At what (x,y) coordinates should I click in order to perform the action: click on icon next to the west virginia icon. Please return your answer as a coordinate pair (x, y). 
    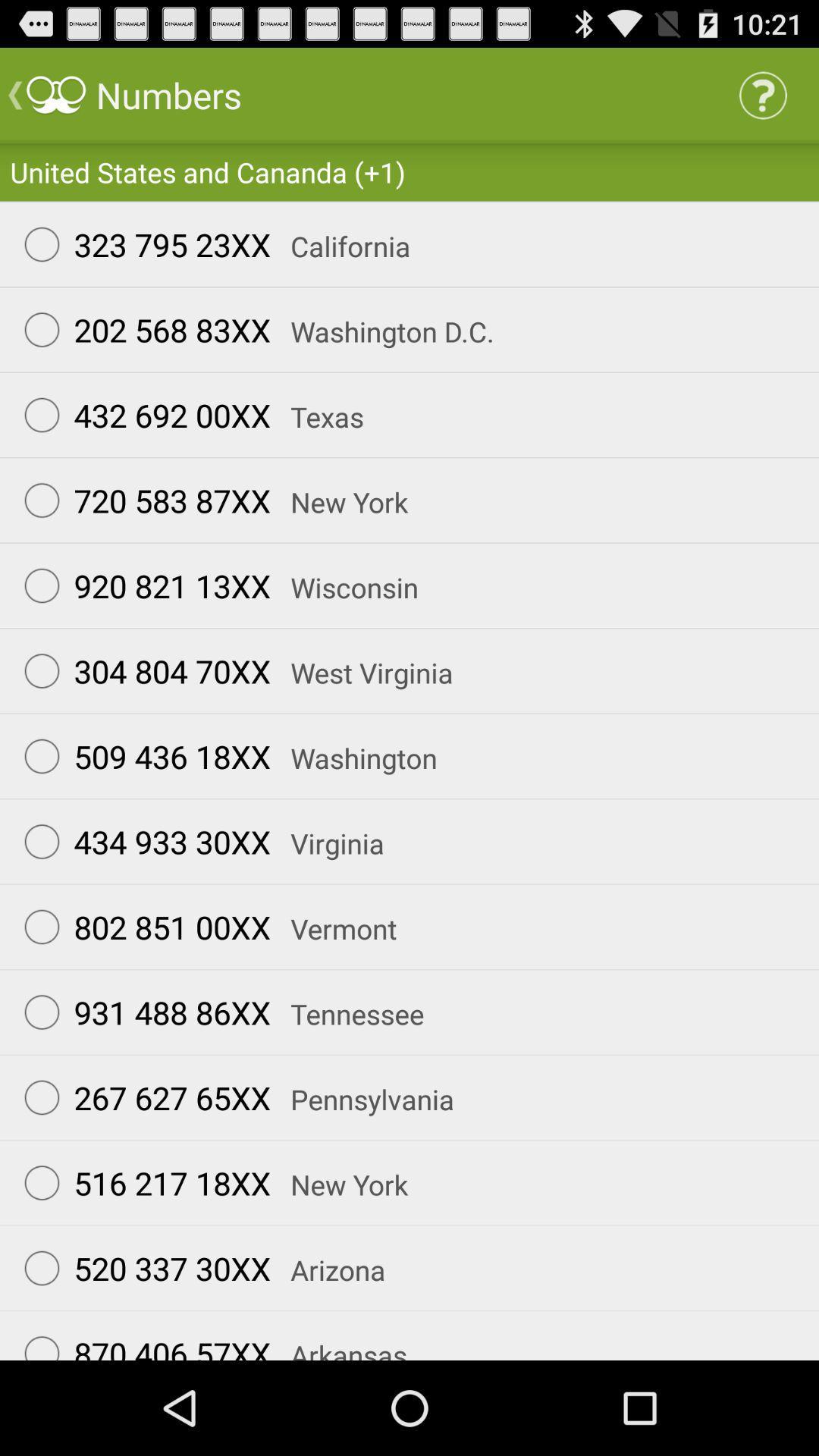
    Looking at the image, I should click on (140, 670).